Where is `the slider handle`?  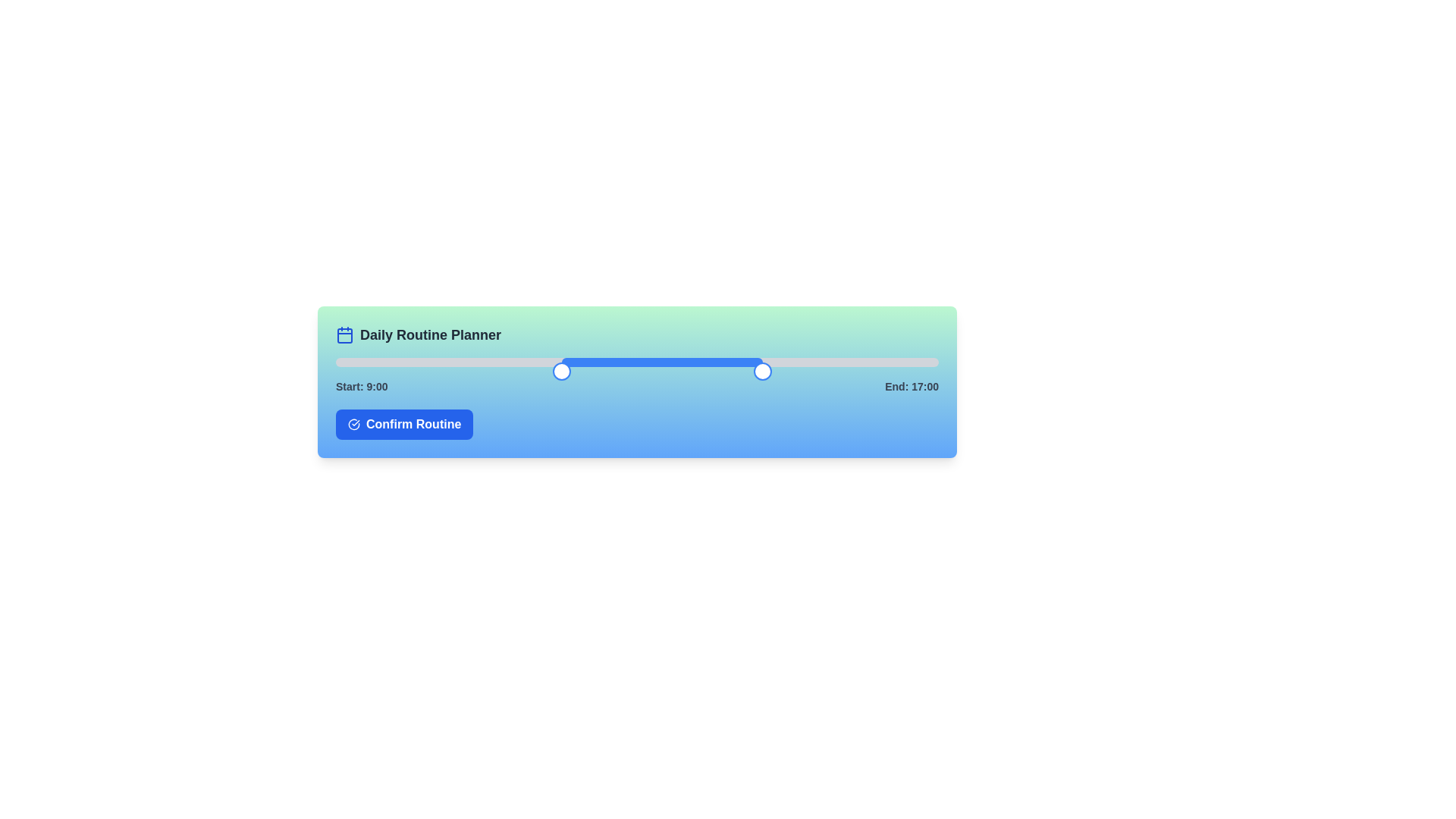
the slider handle is located at coordinates (500, 371).